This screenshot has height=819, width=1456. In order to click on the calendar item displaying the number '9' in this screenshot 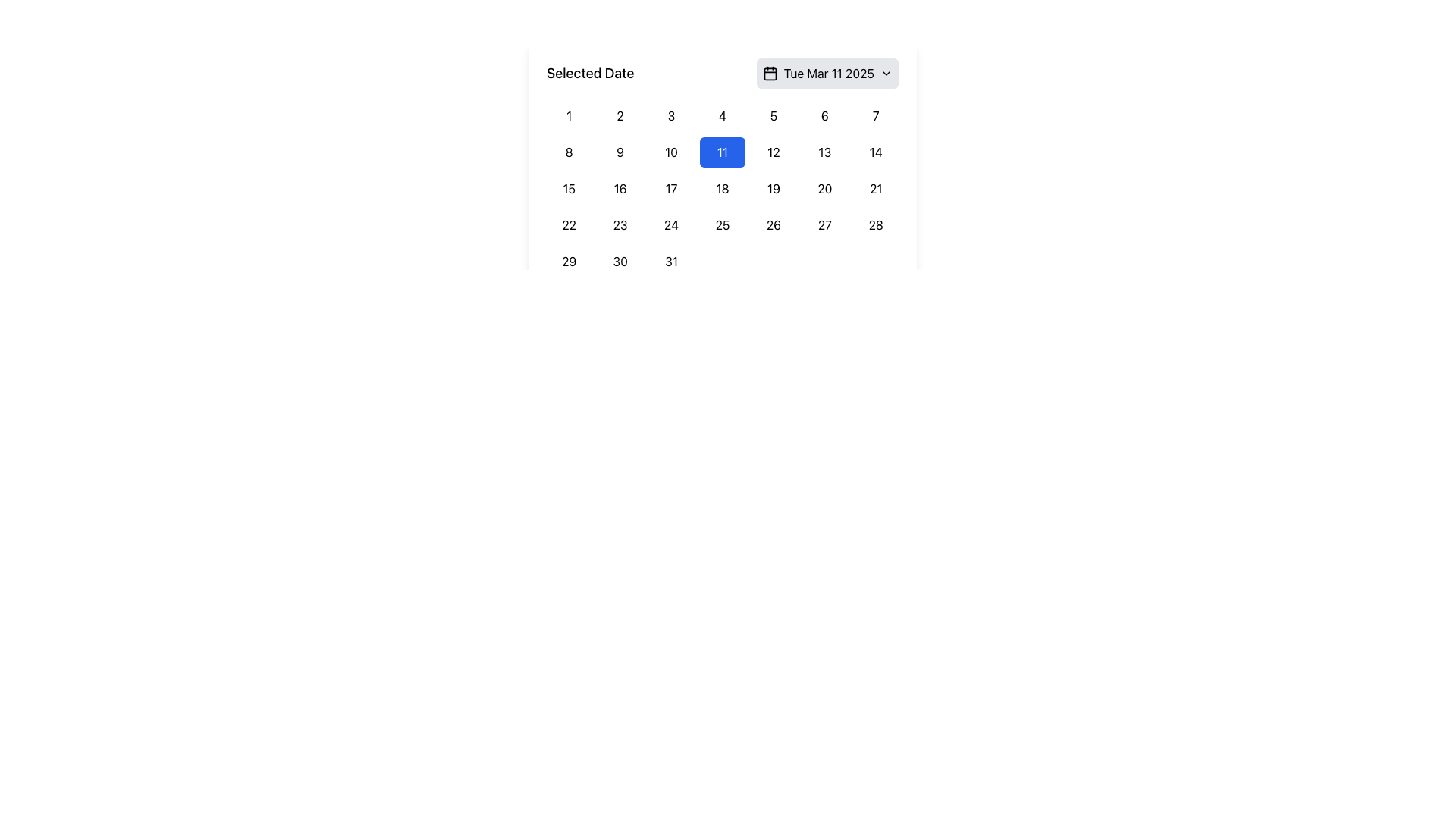, I will do `click(620, 152)`.